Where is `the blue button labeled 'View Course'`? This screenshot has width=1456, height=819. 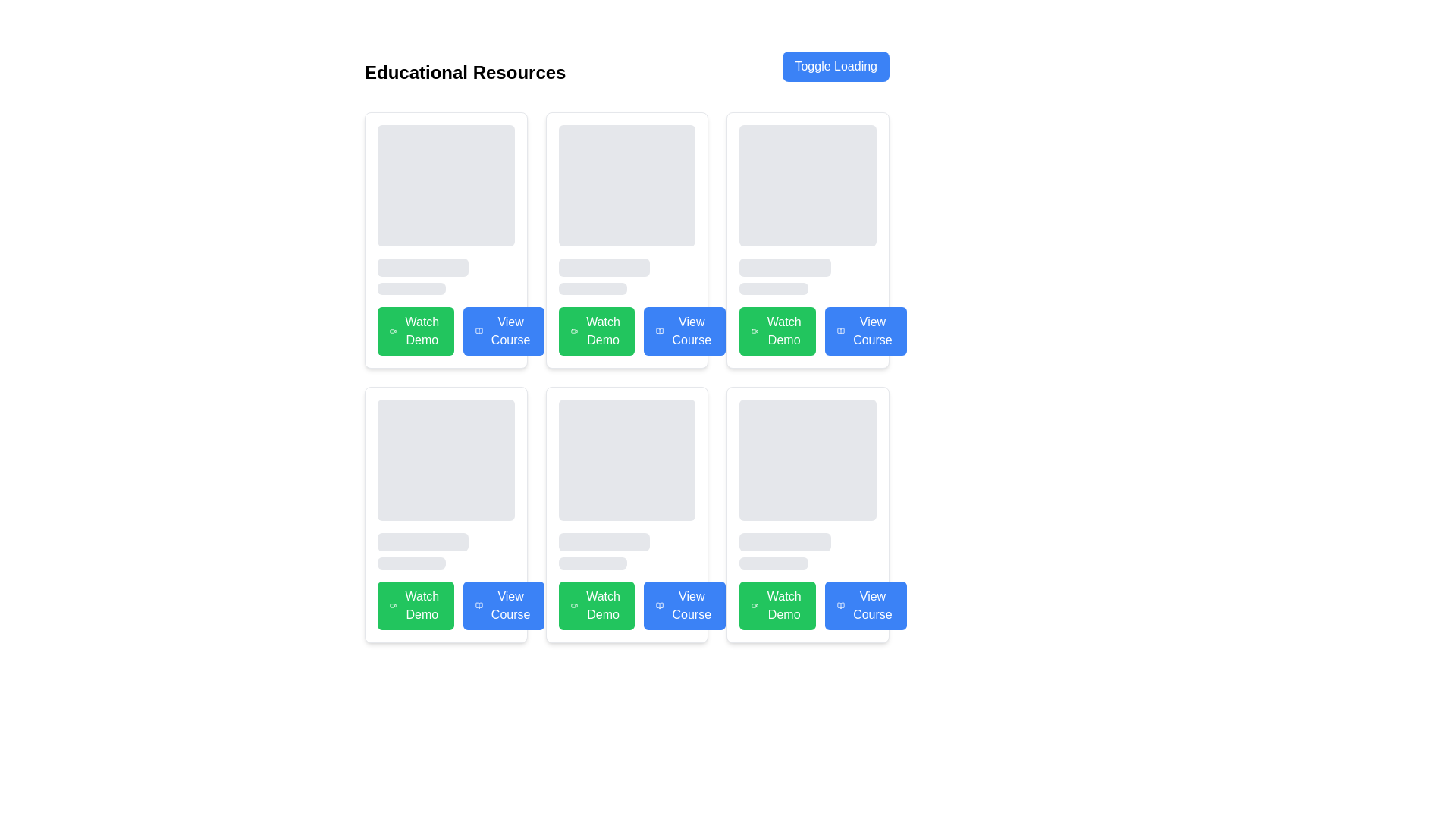
the blue button labeled 'View Course' is located at coordinates (660, 604).